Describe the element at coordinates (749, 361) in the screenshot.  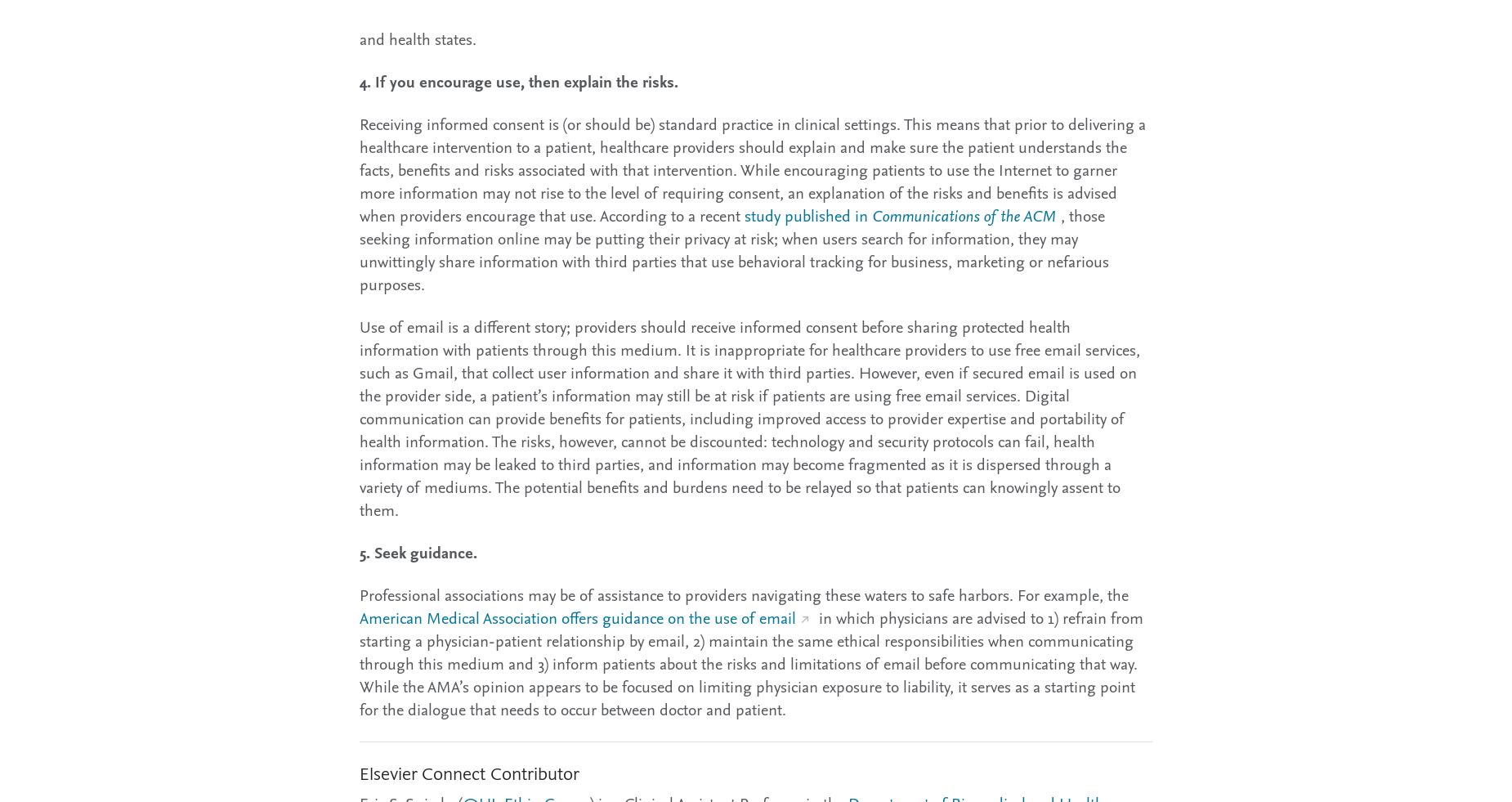
I see `'Use of email is a different story; providers should receive informed consent before sharing protected health information with patients through this medium. It is inappropriate for healthcare providers to use free email services, such as Gmail, that collect user information and share it with third parties.
  However, even if secured email is used on the provider side, a patient’s information may still be at risk if patients are using'` at that location.